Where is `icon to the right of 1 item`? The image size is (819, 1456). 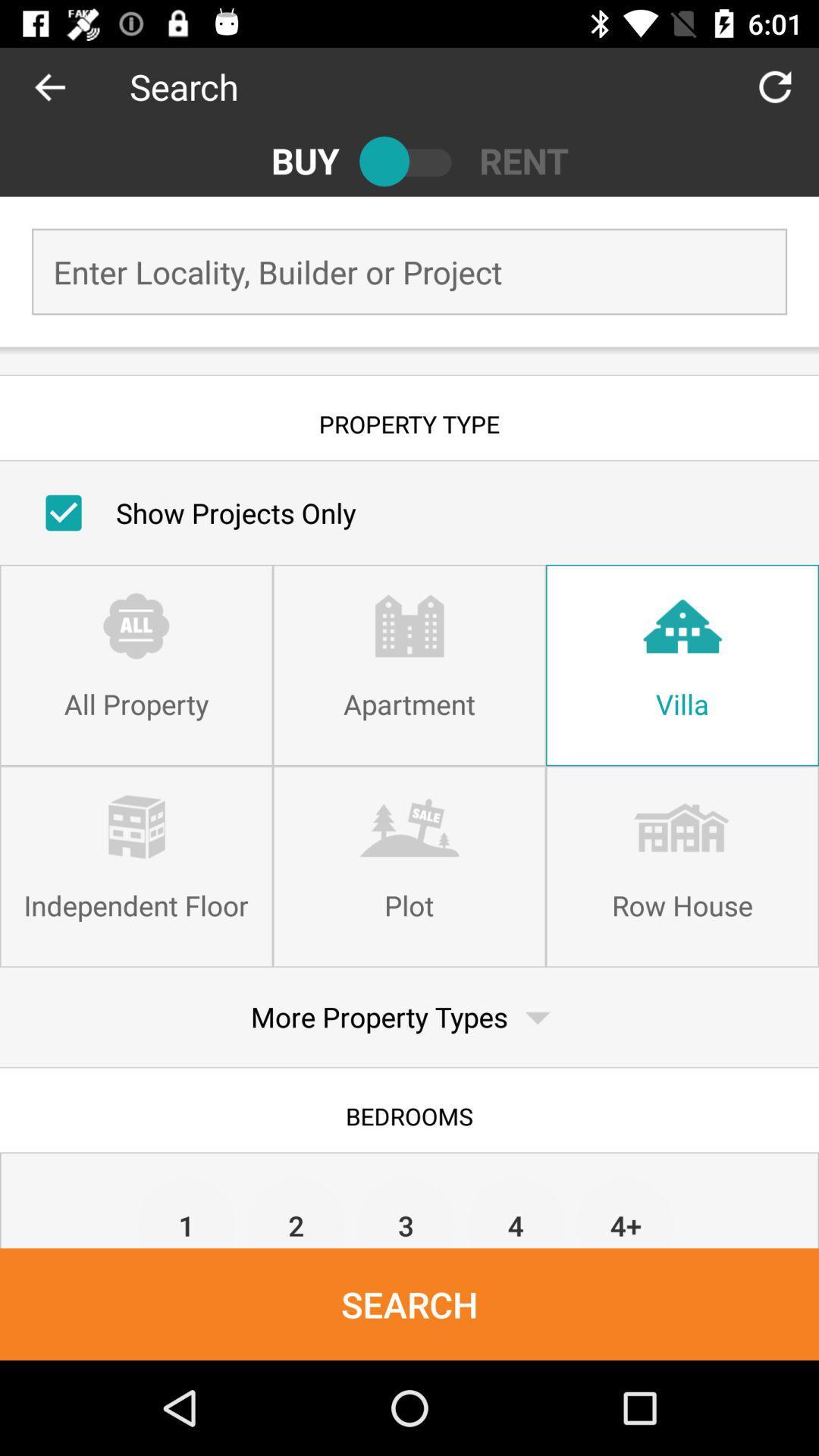 icon to the right of 1 item is located at coordinates (297, 1211).